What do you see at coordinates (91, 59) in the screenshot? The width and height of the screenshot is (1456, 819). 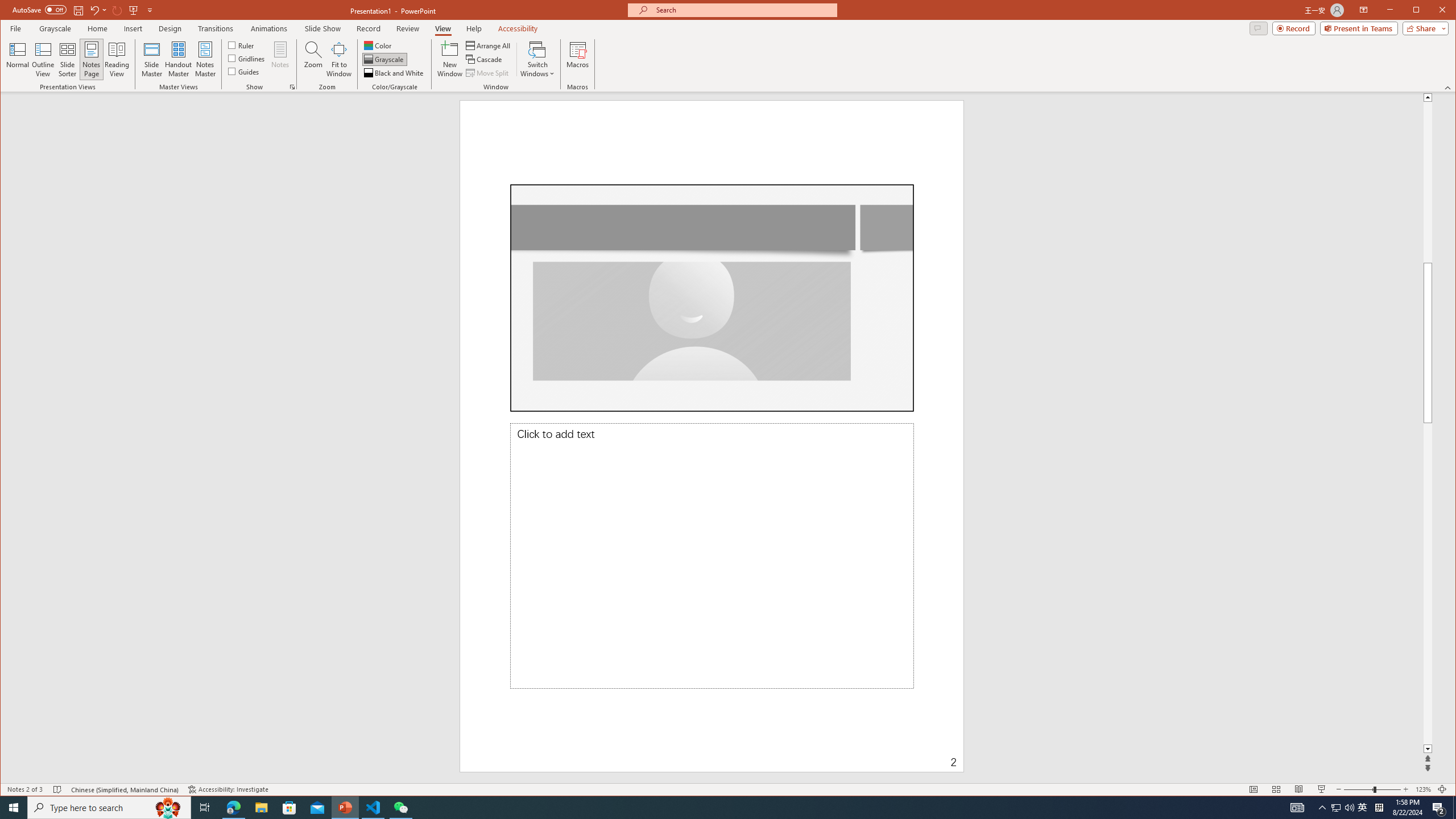 I see `'Notes Page'` at bounding box center [91, 59].